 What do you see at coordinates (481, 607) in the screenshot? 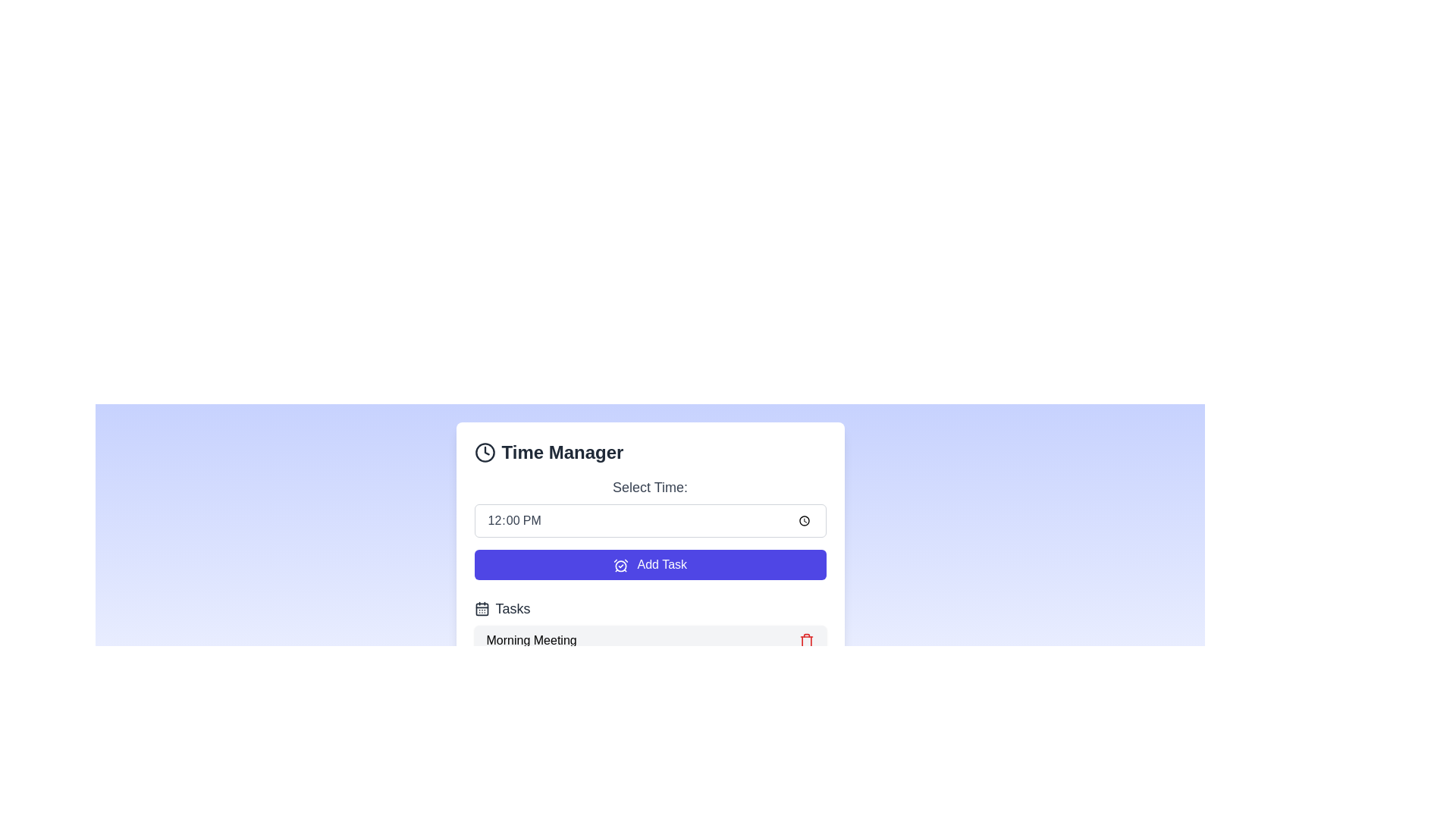
I see `the icon representing tasks categorized by days or calendar events, which is located to the left of the 'Tasks' label in the 'Tasks' section` at bounding box center [481, 607].